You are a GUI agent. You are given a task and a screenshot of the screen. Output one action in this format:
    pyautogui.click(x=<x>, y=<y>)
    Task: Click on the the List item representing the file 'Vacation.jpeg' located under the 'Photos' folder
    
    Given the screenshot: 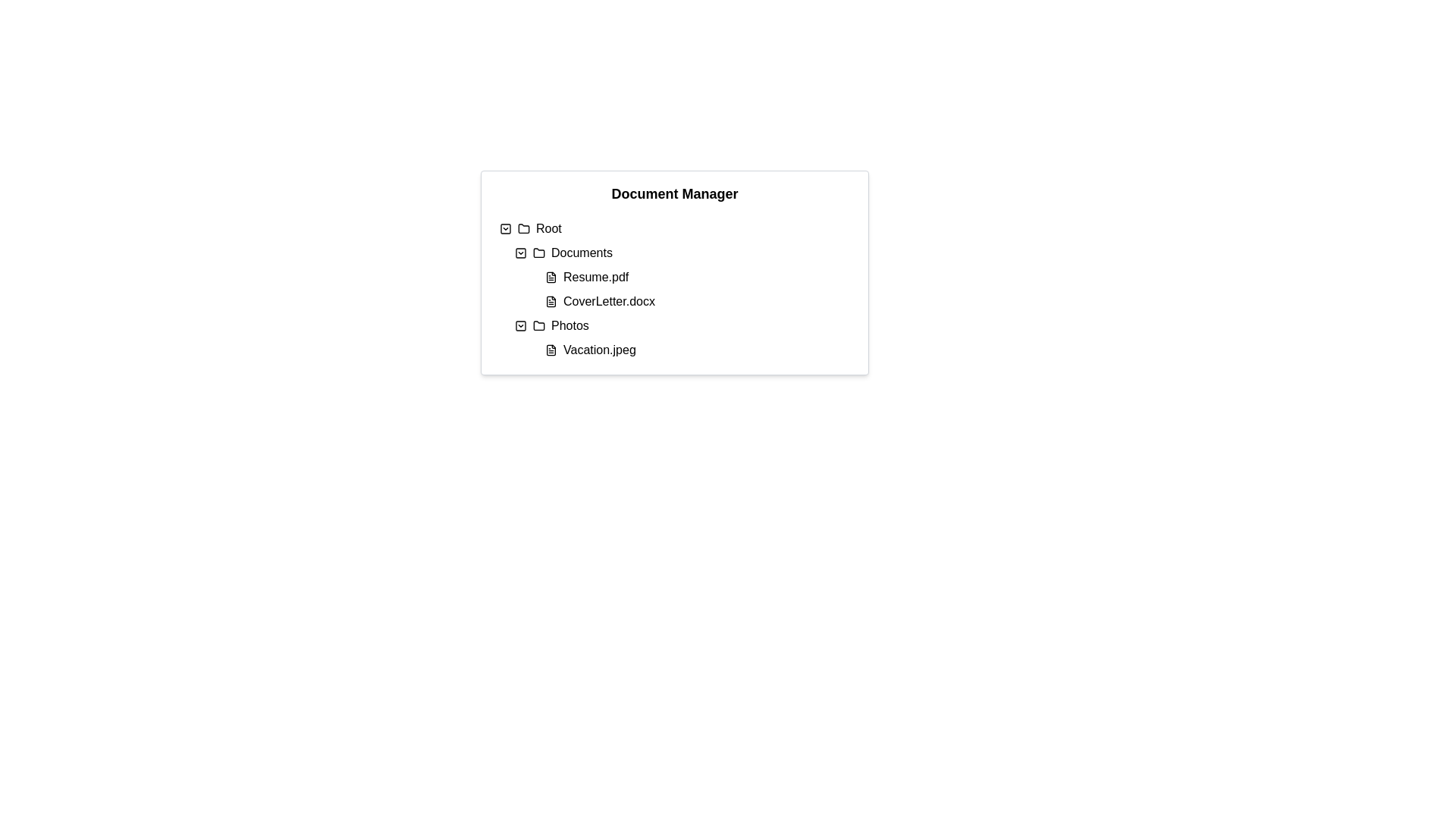 What is the action you would take?
    pyautogui.click(x=697, y=350)
    